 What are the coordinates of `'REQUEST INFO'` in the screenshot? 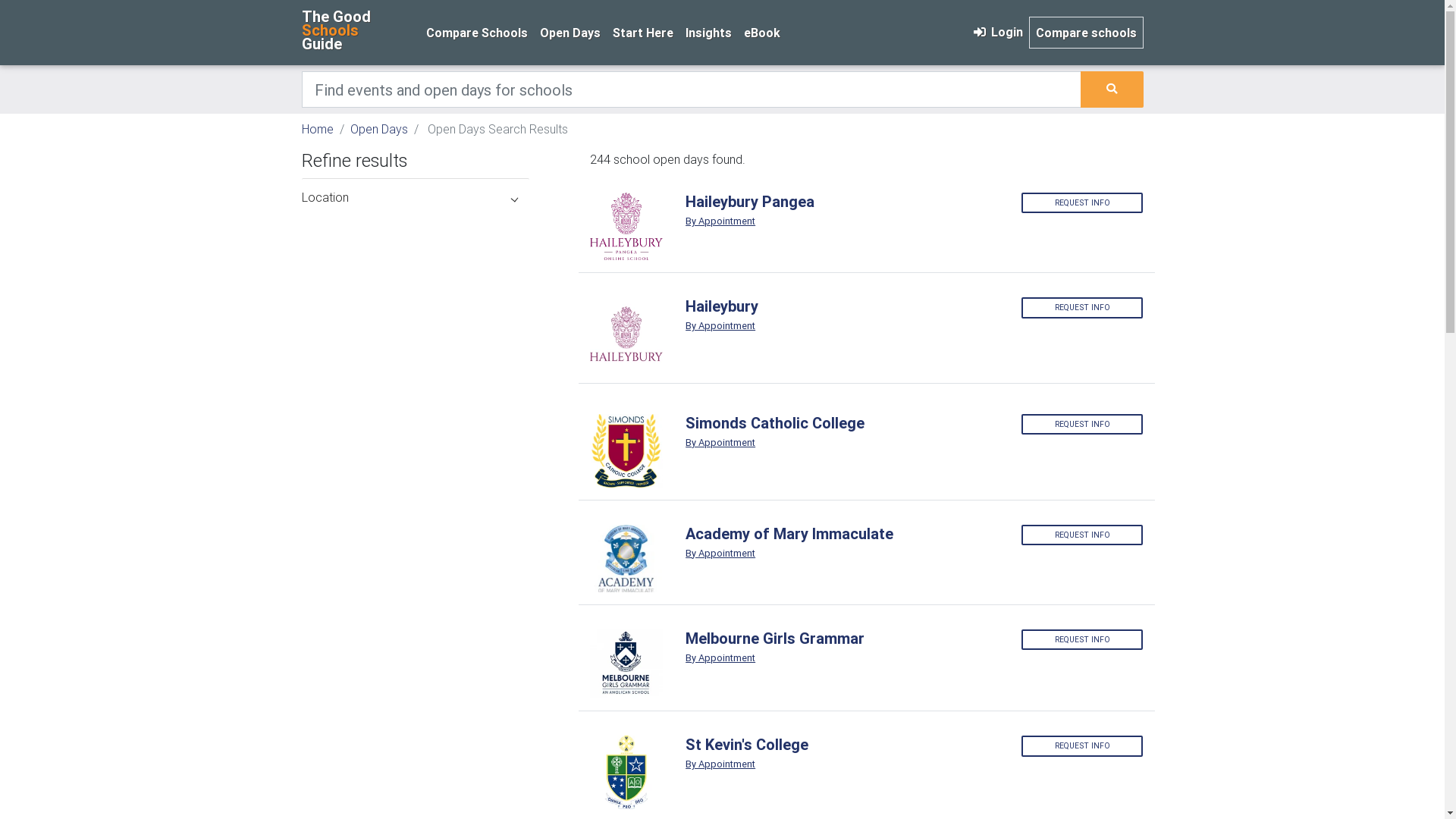 It's located at (1081, 534).